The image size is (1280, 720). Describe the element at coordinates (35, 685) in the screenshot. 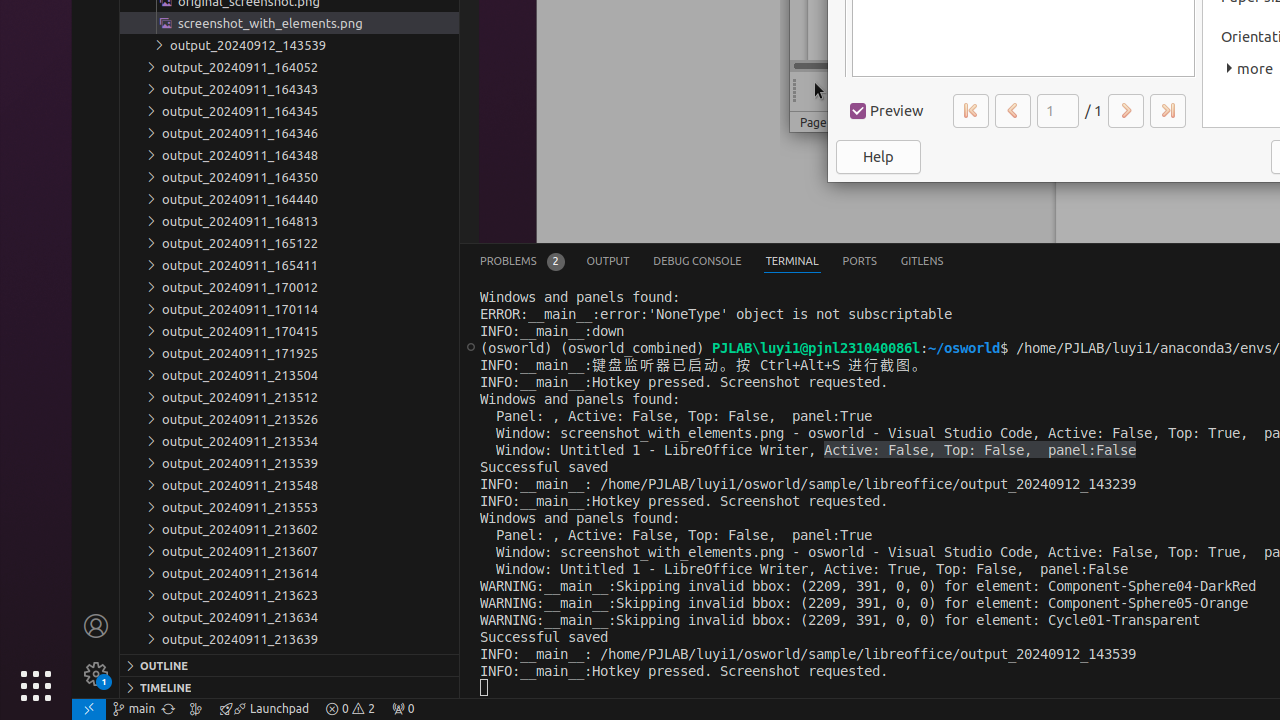

I see `'Show Applications'` at that location.